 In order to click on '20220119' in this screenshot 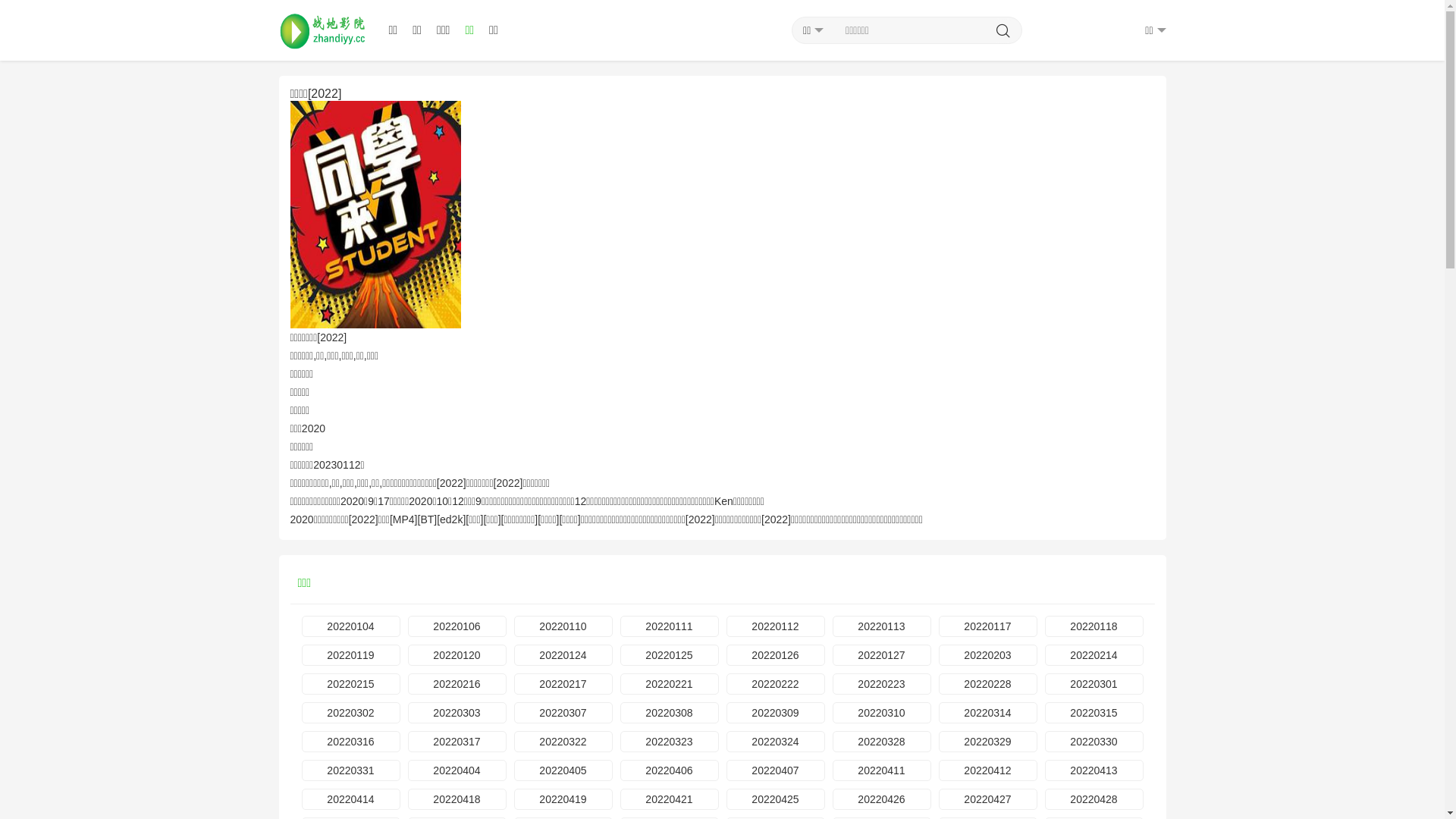, I will do `click(302, 654)`.